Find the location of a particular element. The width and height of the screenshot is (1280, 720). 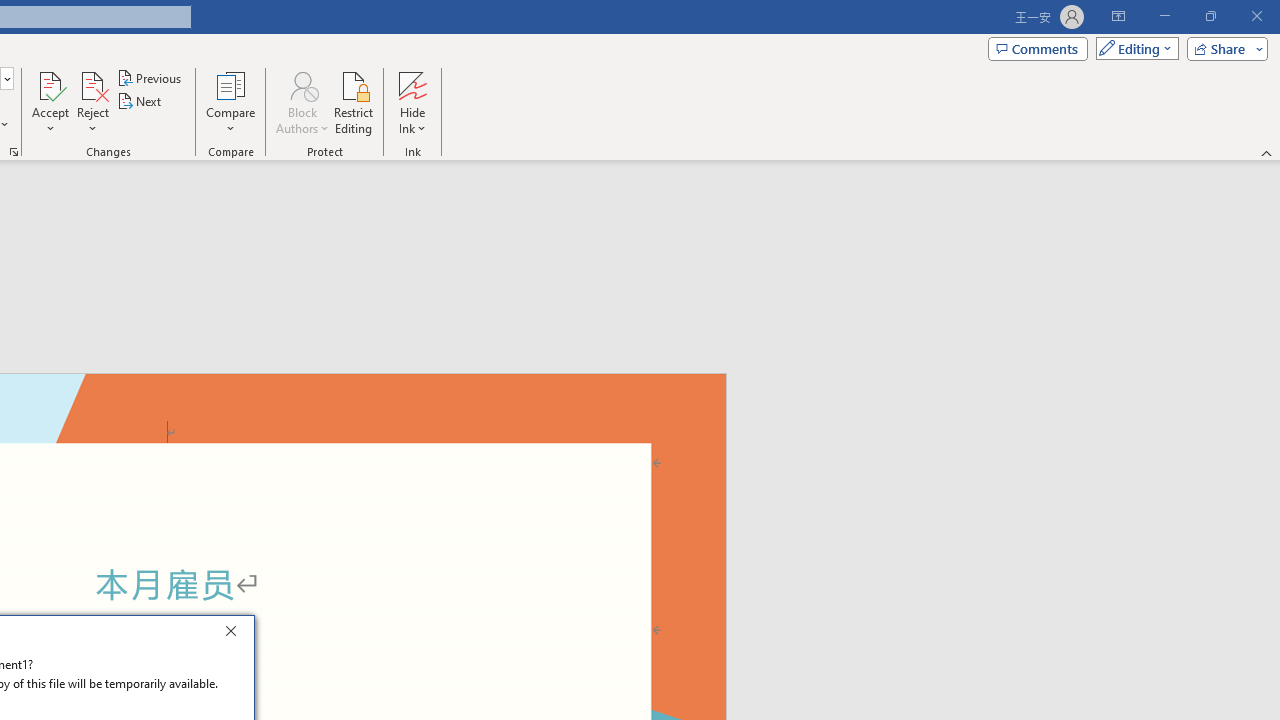

'Compare' is located at coordinates (231, 103).